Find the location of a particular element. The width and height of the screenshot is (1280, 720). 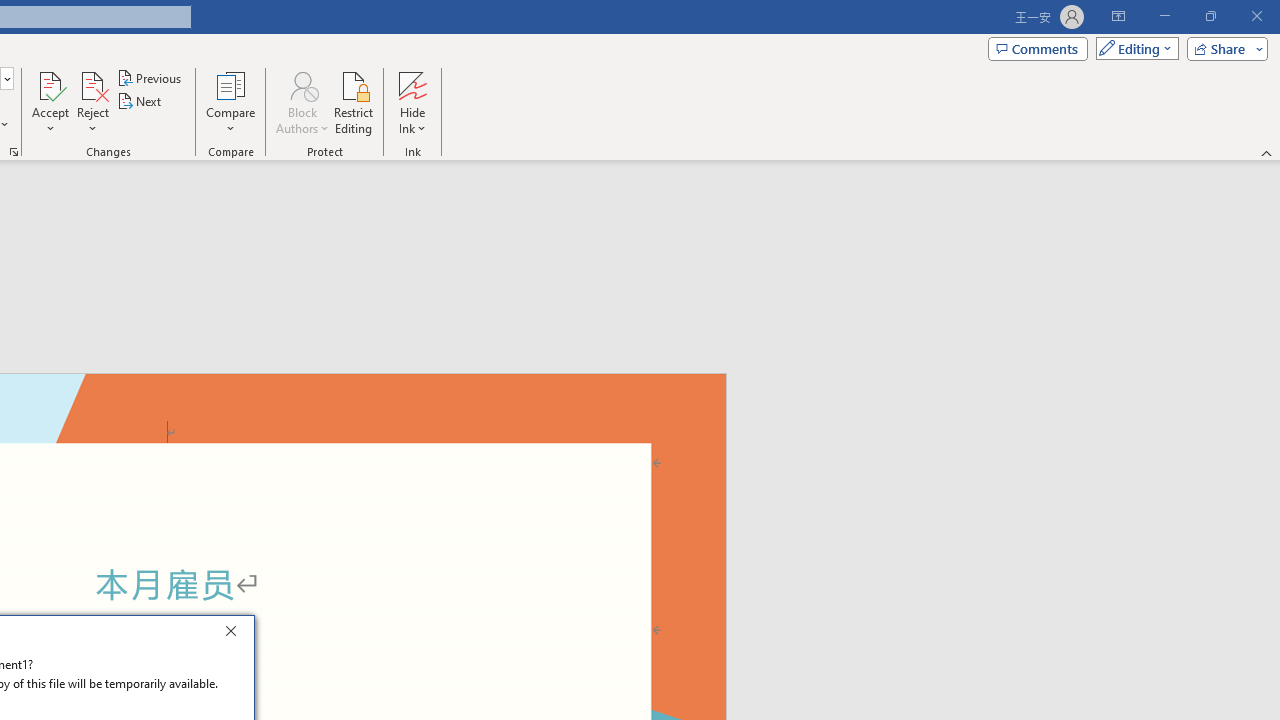

'Compare' is located at coordinates (231, 103).